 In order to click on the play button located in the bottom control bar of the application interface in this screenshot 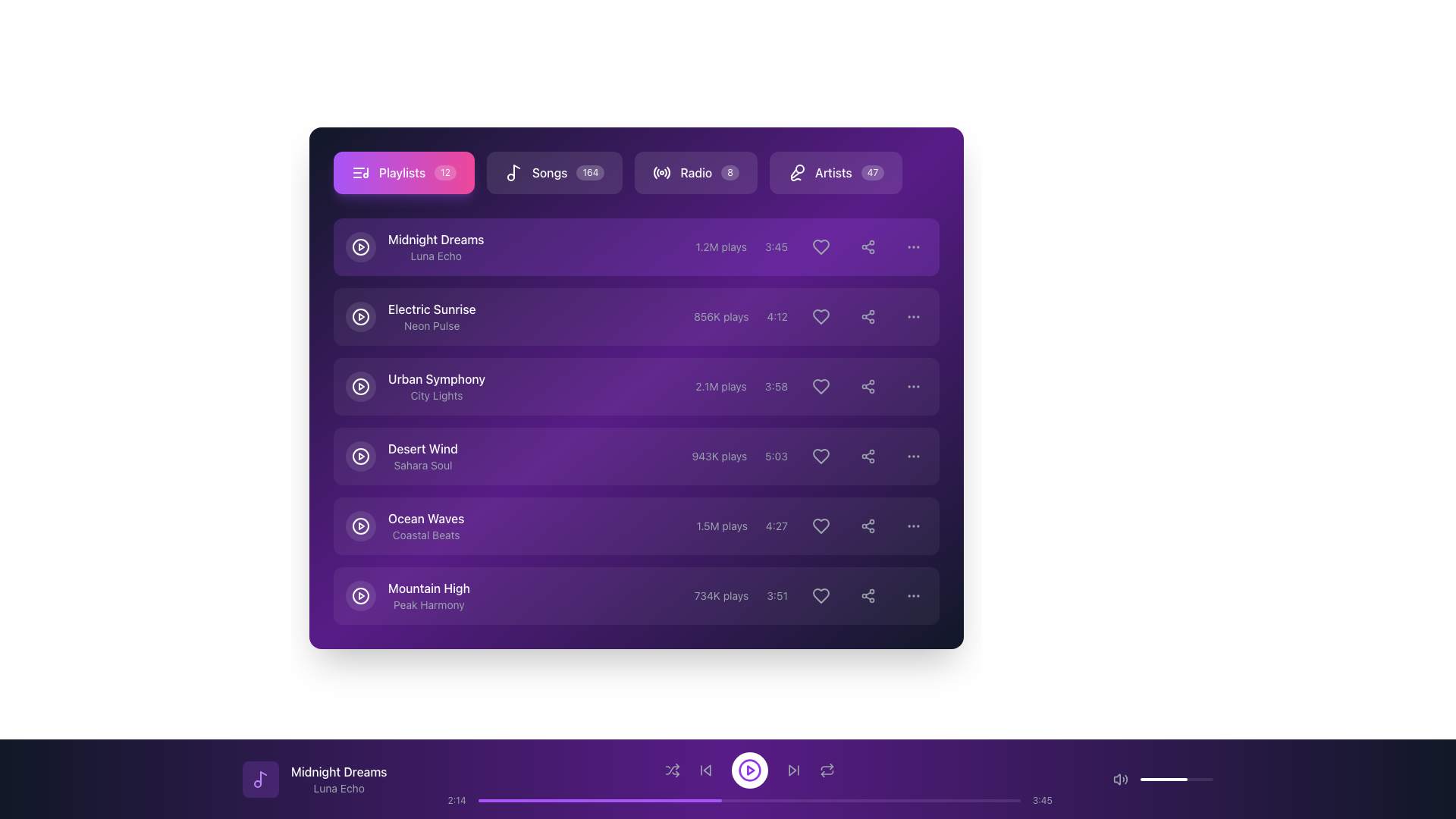, I will do `click(750, 770)`.